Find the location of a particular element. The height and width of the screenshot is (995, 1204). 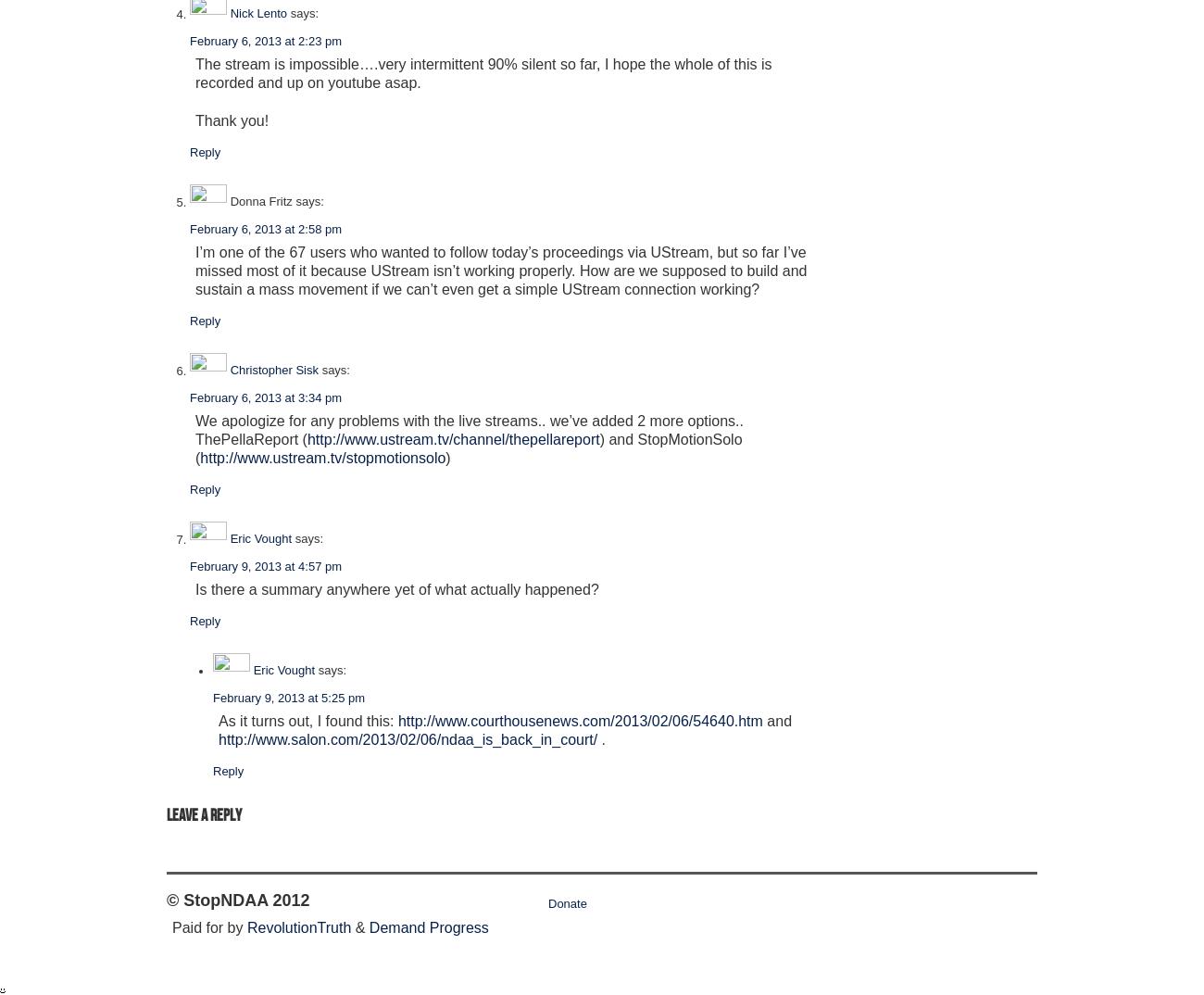

') and StopMotionSolo (' is located at coordinates (468, 448).